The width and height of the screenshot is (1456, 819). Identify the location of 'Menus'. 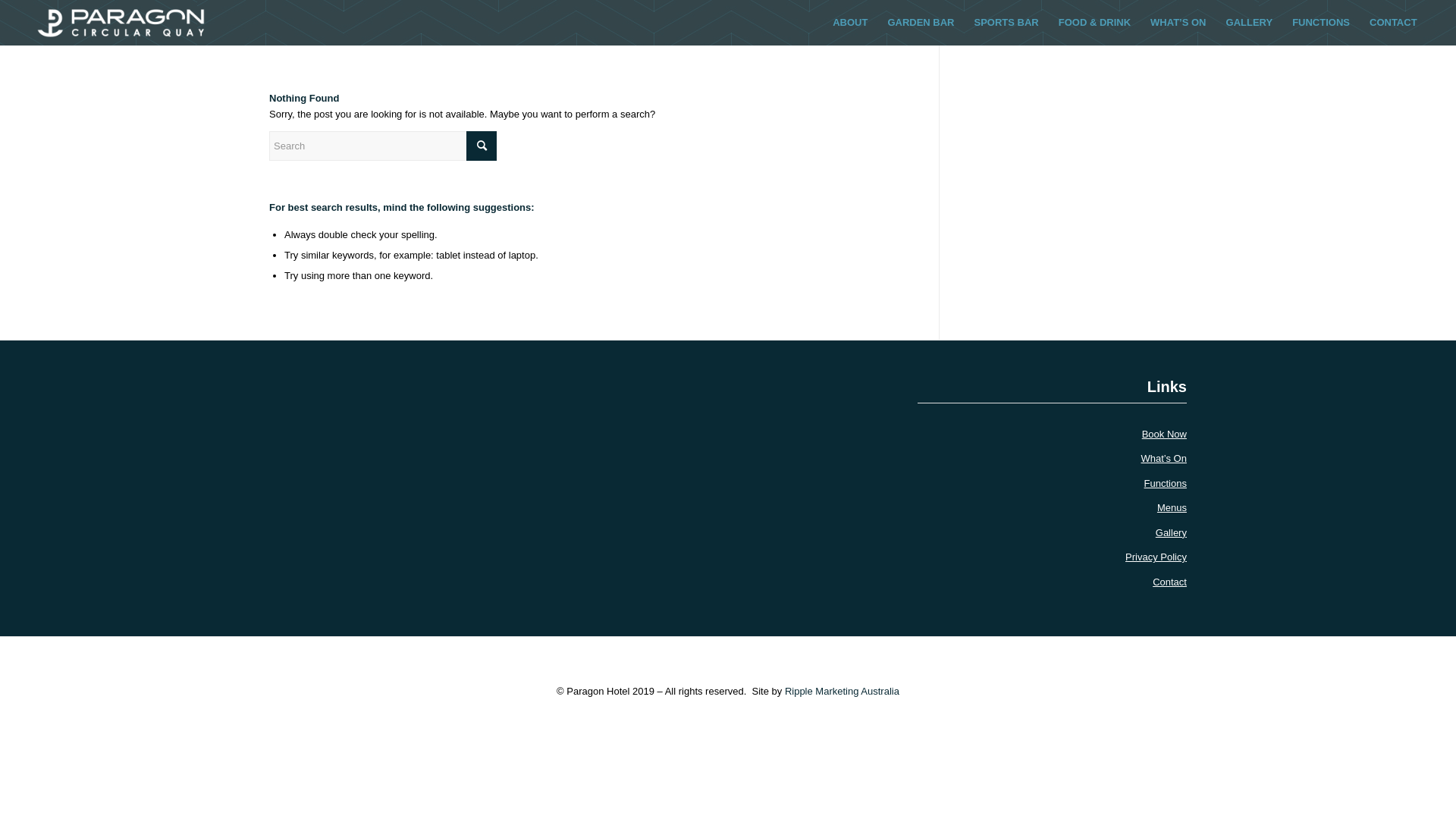
(1171, 507).